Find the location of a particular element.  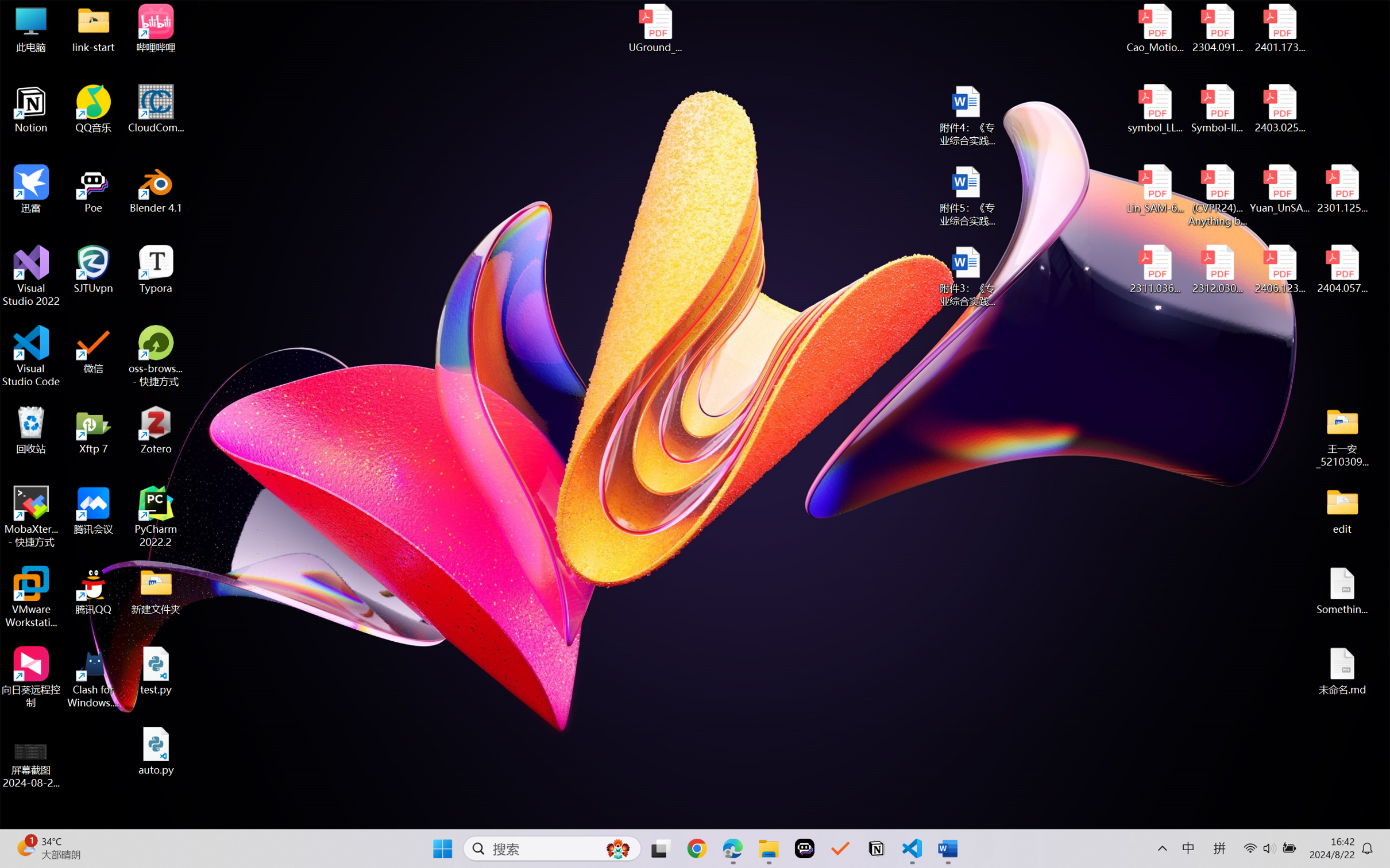

'test.py' is located at coordinates (156, 670).